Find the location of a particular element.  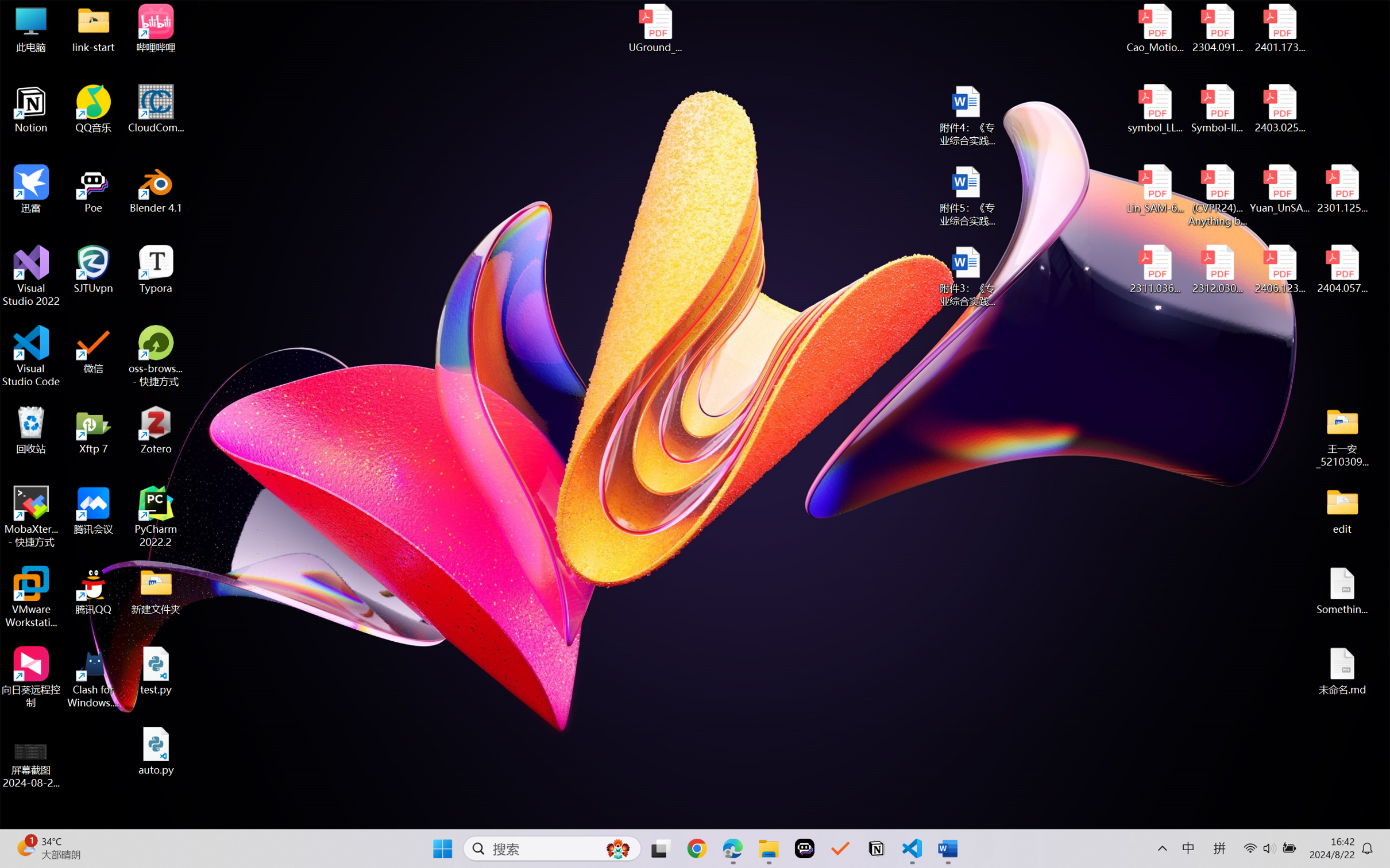

'test.py' is located at coordinates (156, 670).